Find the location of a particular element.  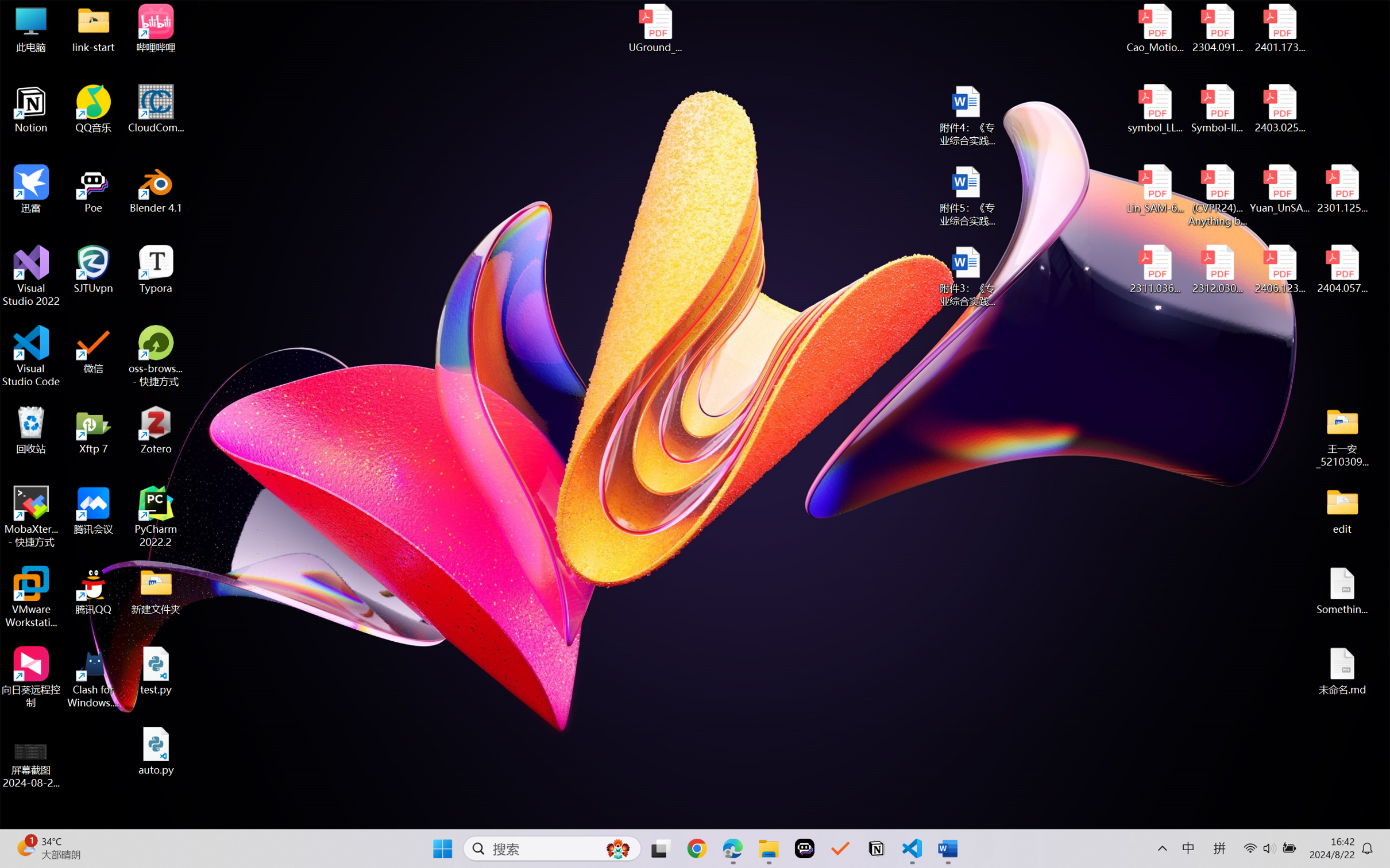

'test.py' is located at coordinates (156, 670).